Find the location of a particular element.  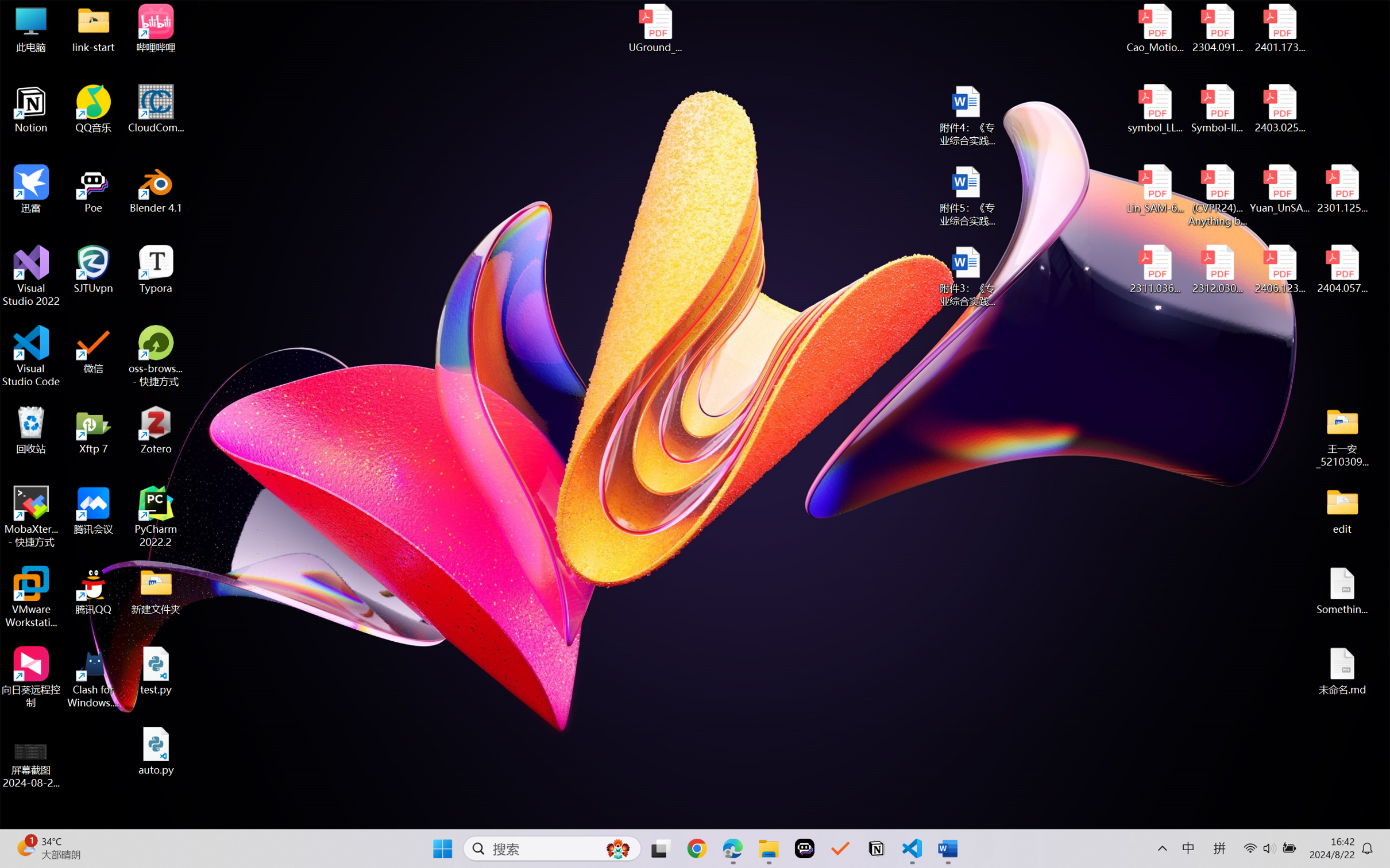

'test.py' is located at coordinates (156, 670).